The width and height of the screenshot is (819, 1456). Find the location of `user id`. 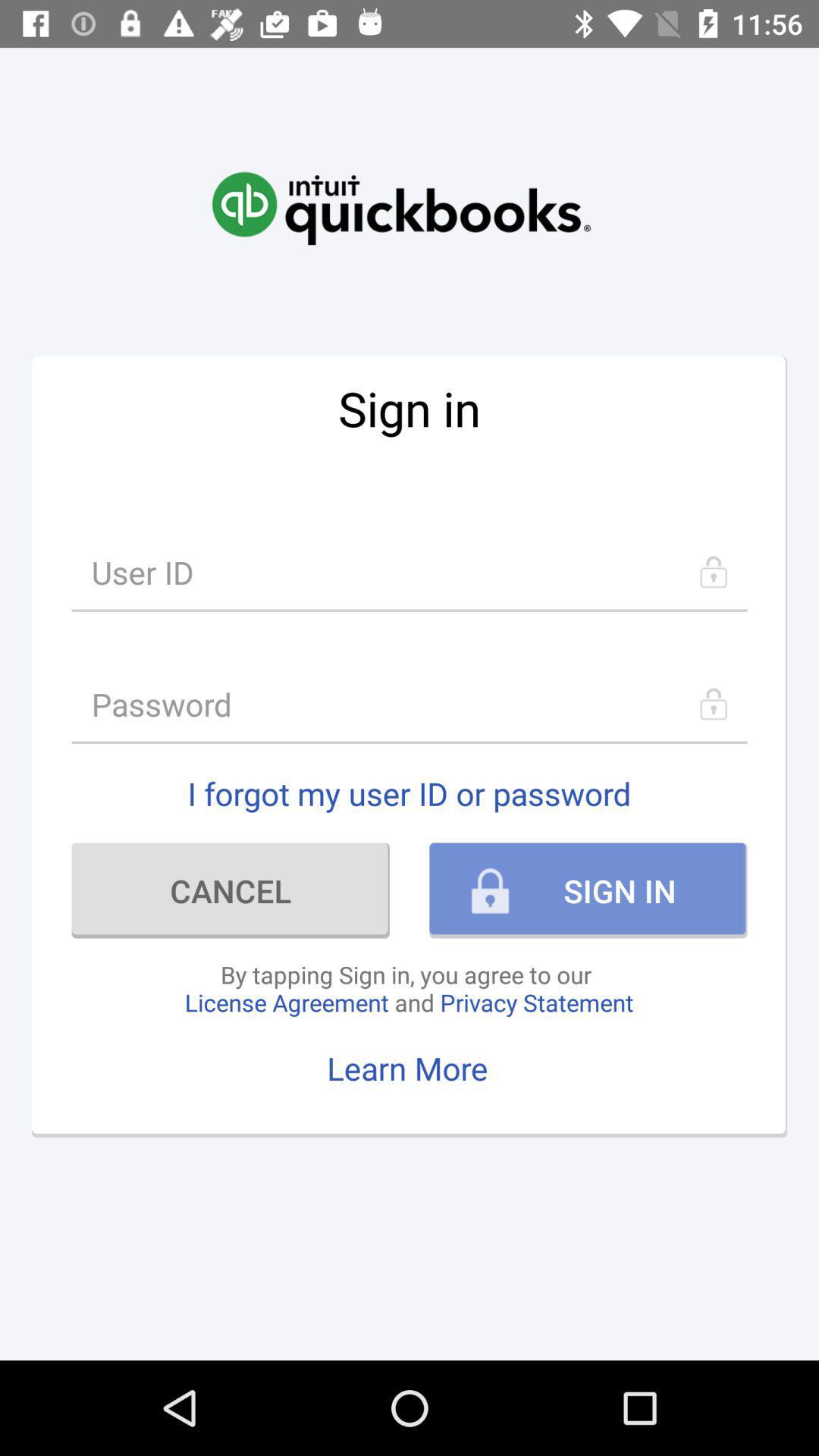

user id is located at coordinates (409, 571).